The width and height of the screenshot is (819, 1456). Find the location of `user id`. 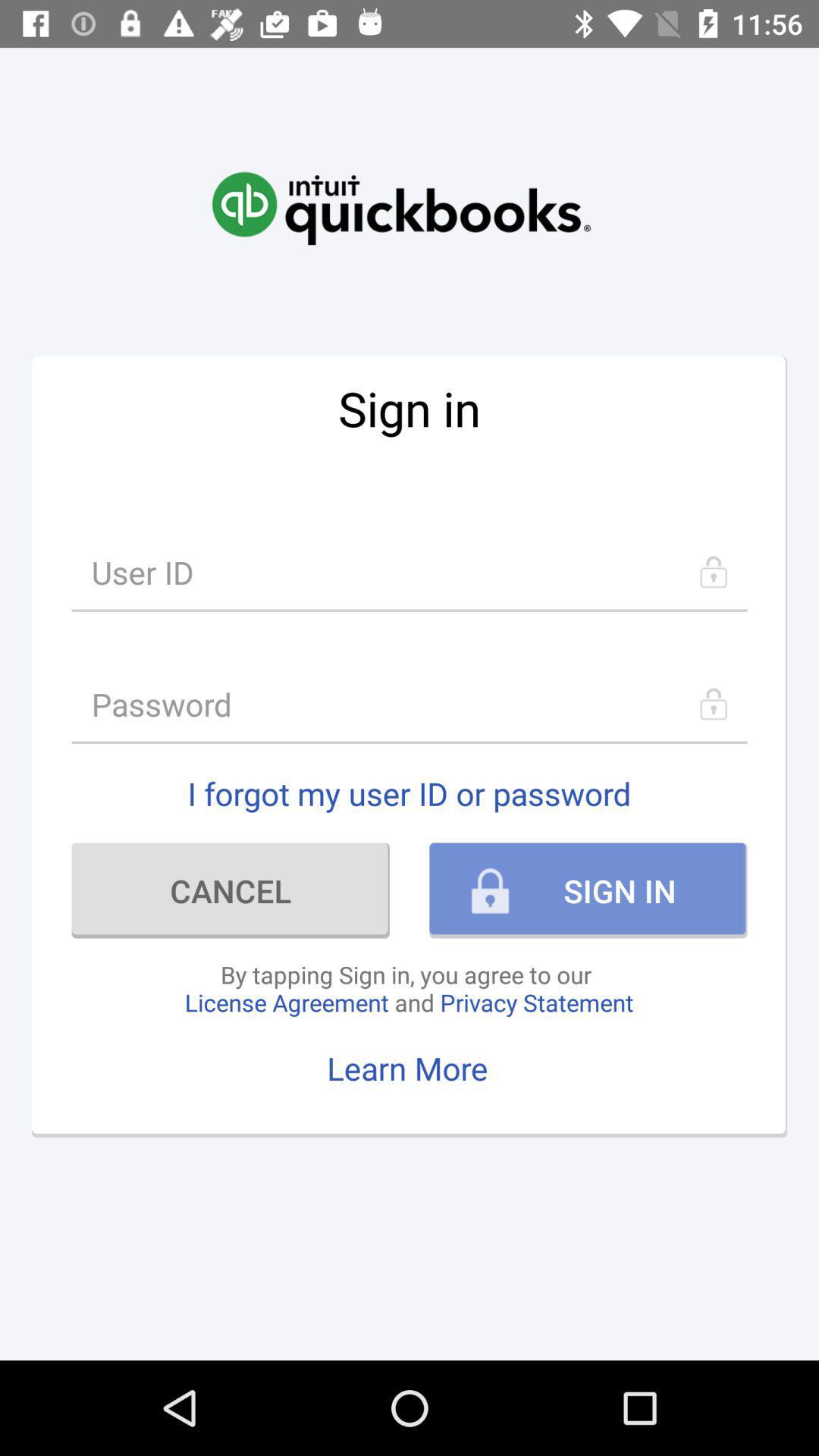

user id is located at coordinates (409, 571).